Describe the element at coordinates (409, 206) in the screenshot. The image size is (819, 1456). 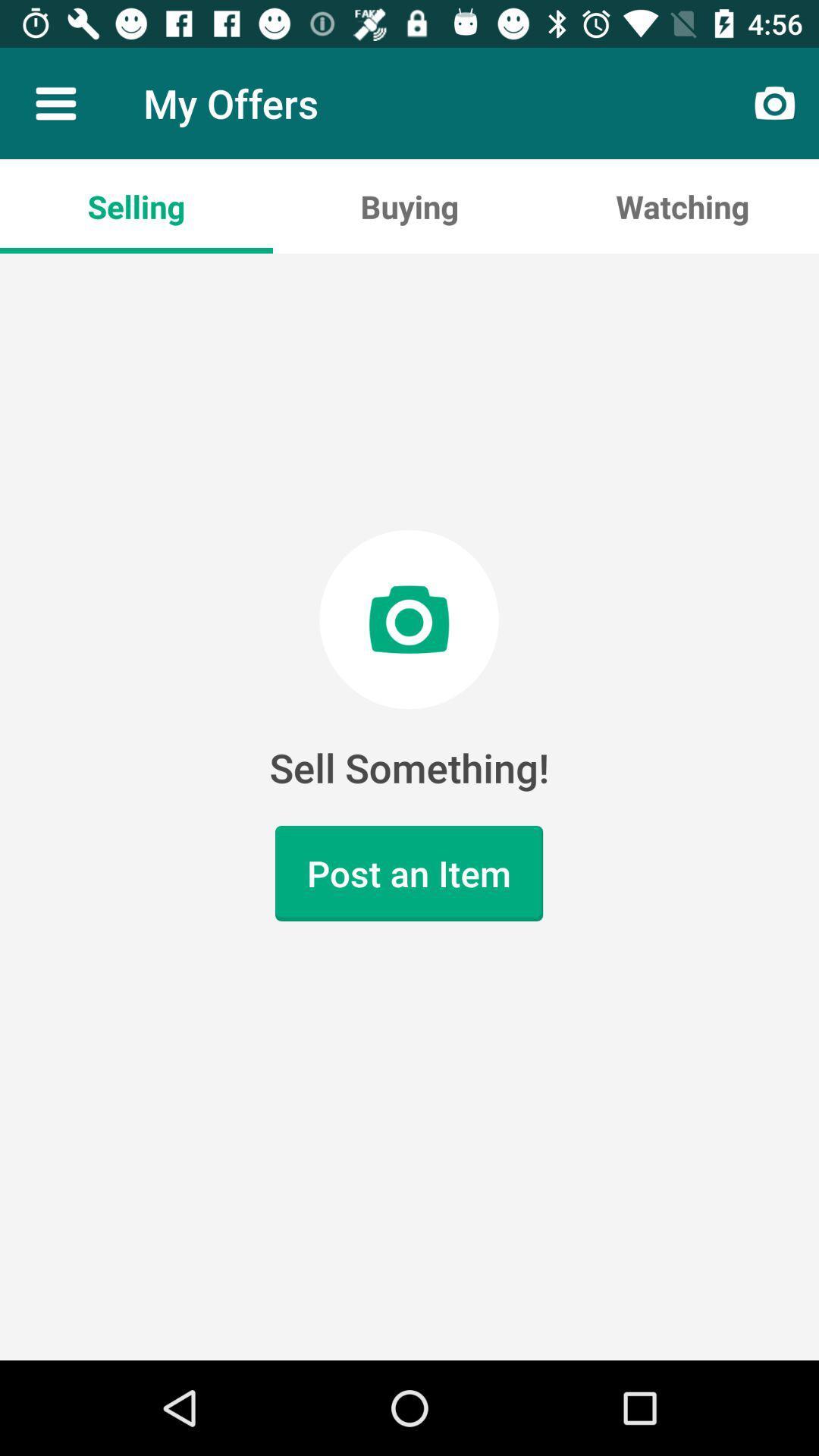
I see `item below my offers icon` at that location.